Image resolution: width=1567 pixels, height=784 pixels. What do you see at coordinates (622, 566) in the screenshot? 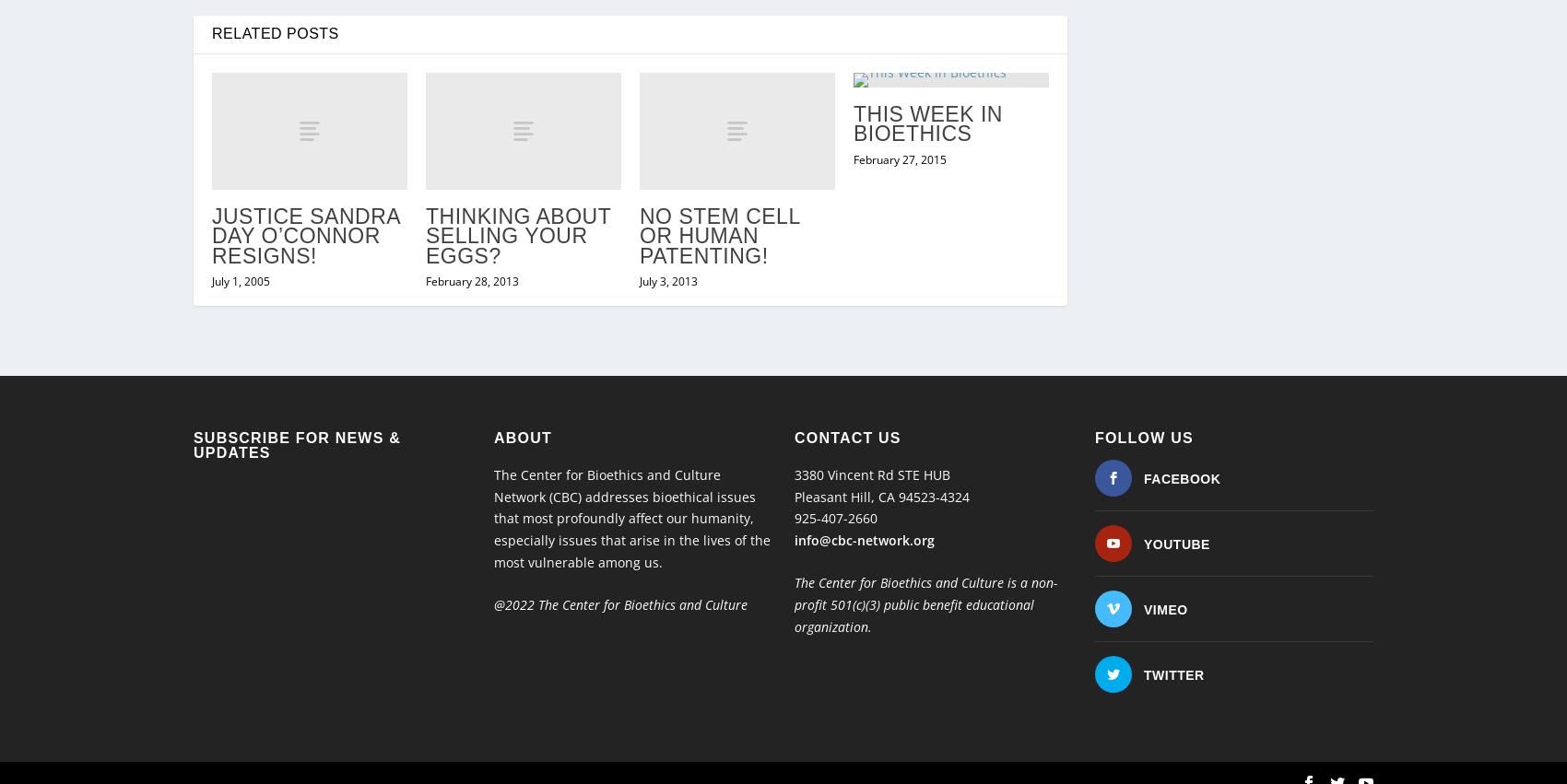
I see `'@2022 The Center for Bioethics and Culture'` at bounding box center [622, 566].